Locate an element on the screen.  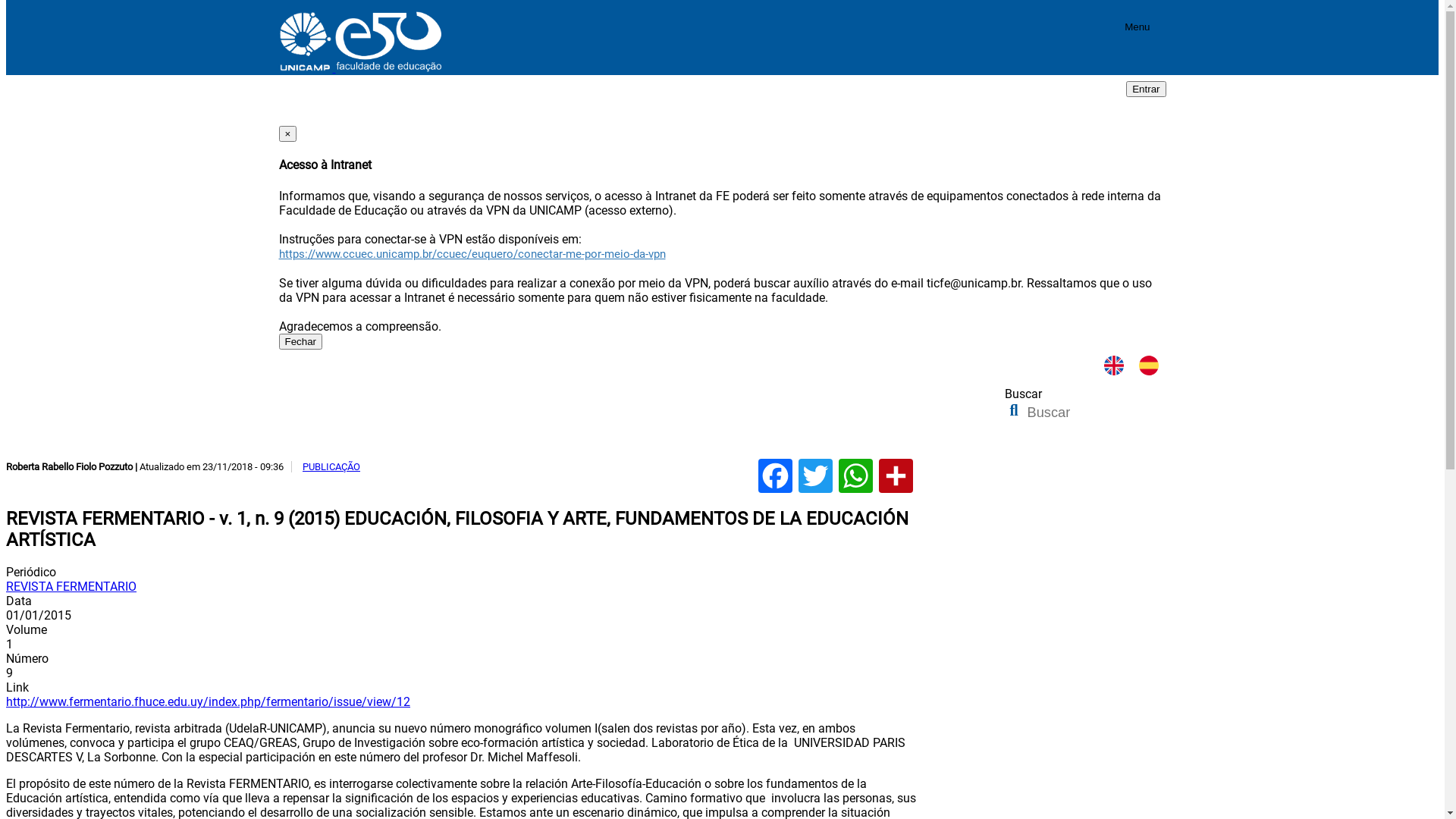
'FE Publica' is located at coordinates (608, 444).